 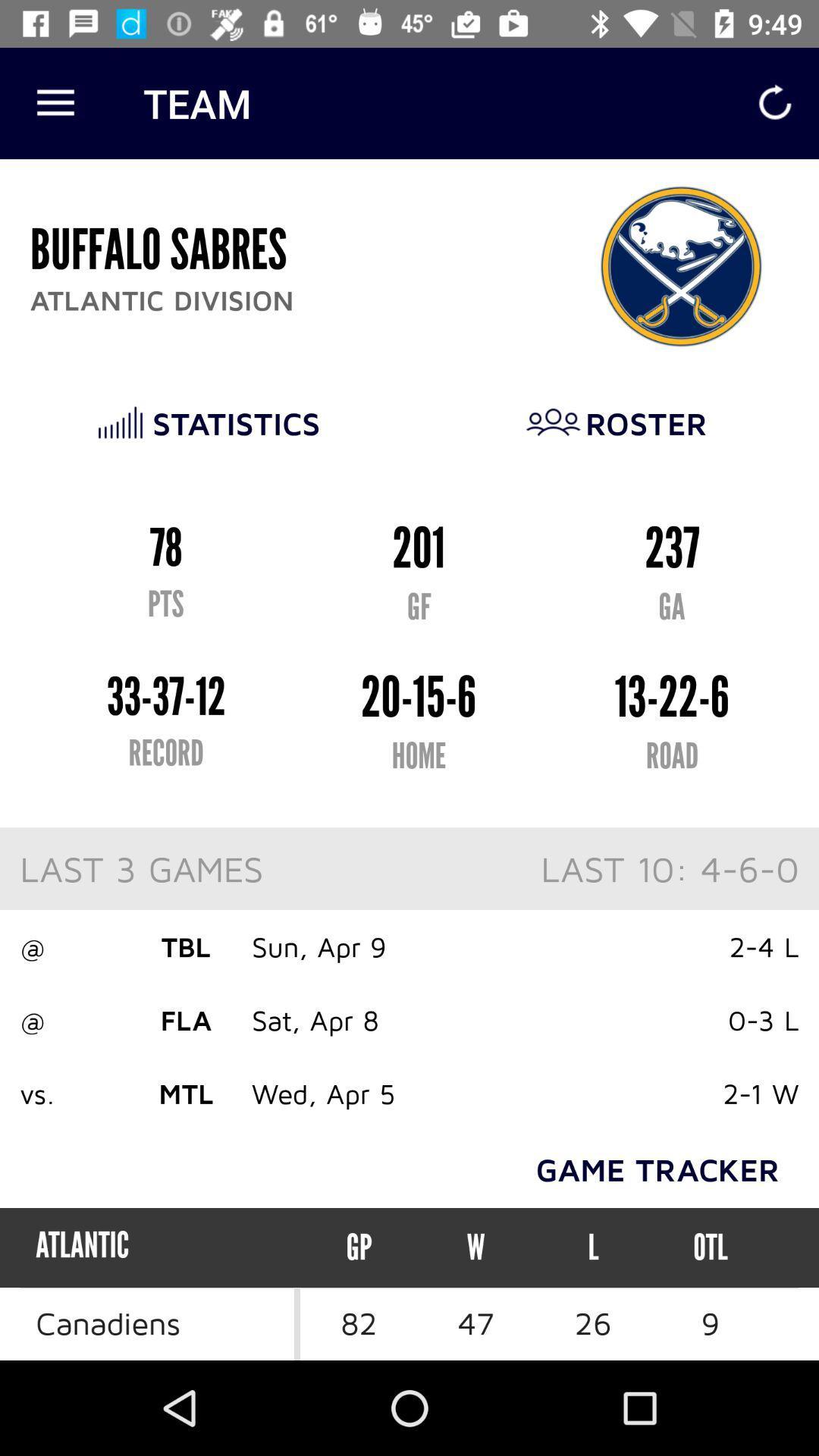 What do you see at coordinates (553, 422) in the screenshot?
I see `the image before roster` at bounding box center [553, 422].